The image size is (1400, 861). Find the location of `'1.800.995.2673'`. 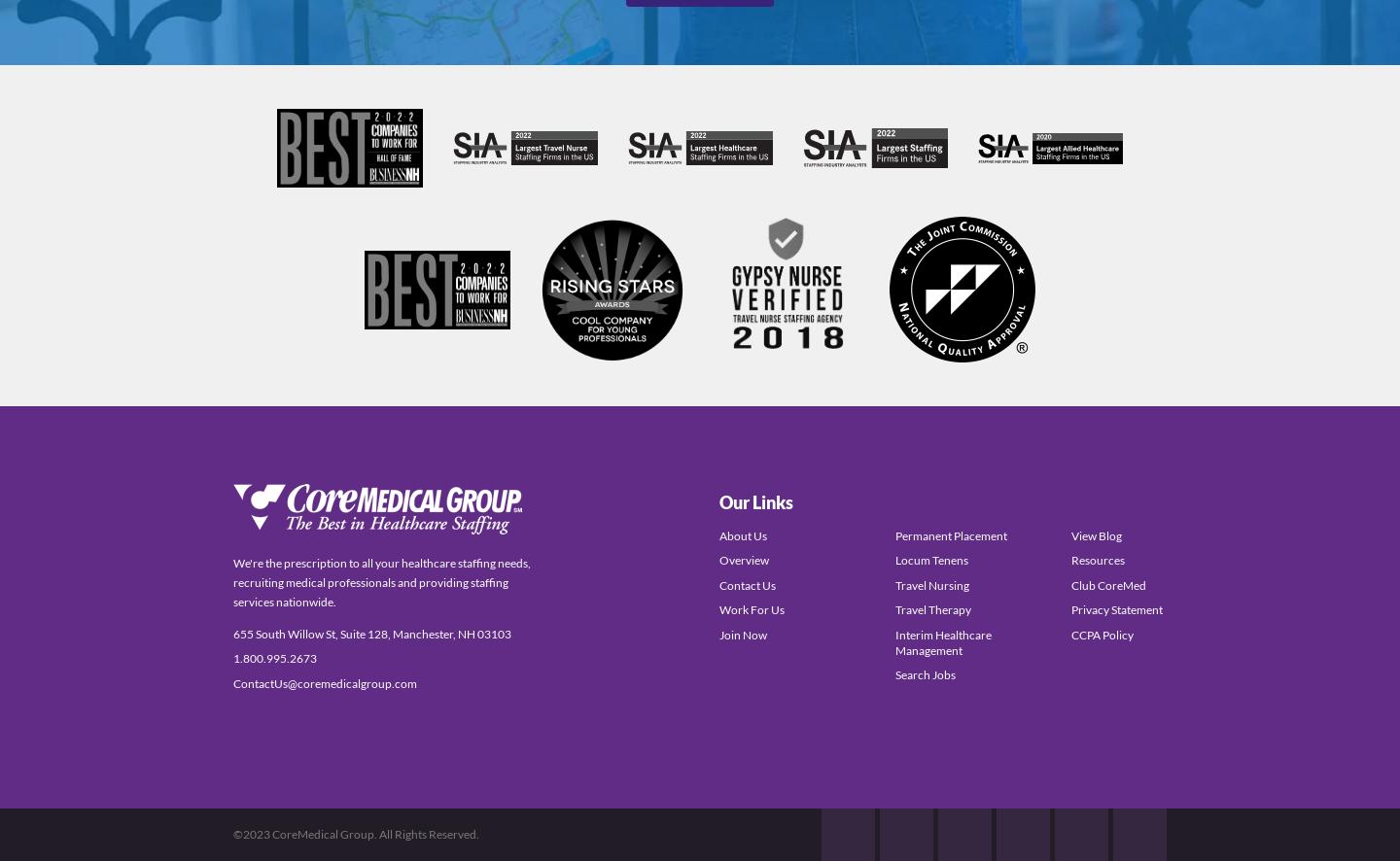

'1.800.995.2673' is located at coordinates (273, 657).